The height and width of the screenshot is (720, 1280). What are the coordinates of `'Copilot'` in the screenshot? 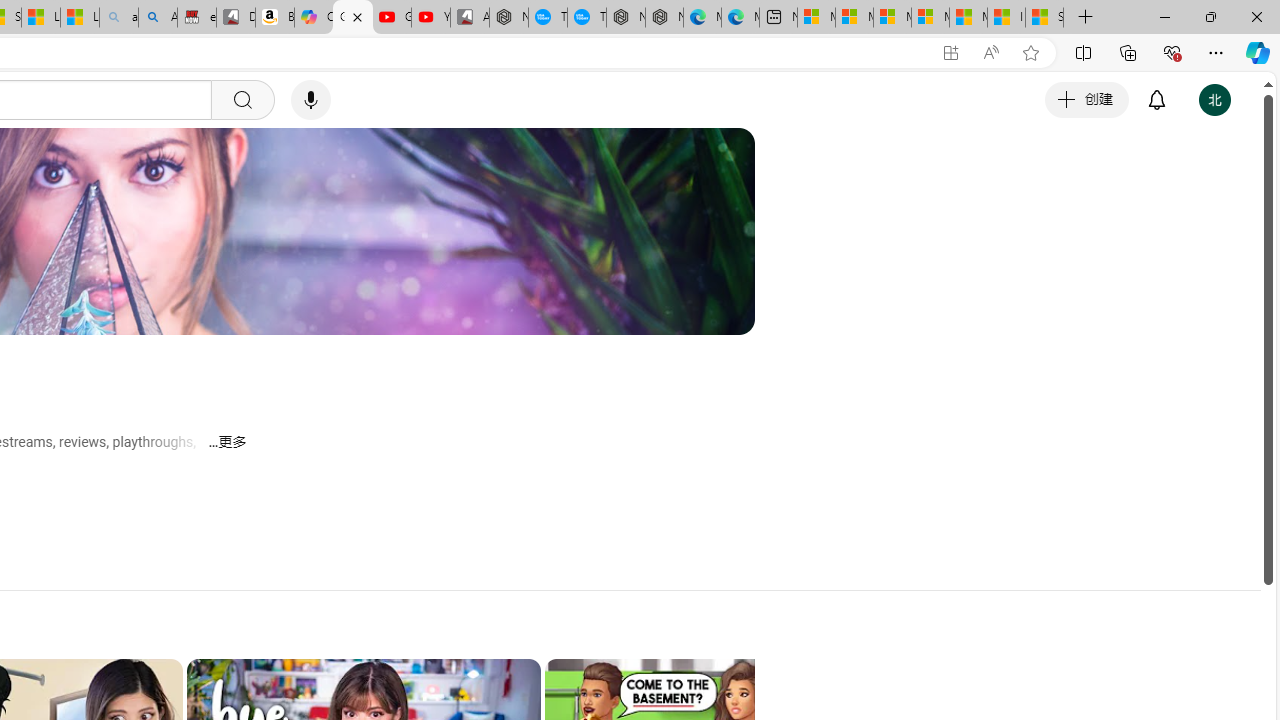 It's located at (312, 17).